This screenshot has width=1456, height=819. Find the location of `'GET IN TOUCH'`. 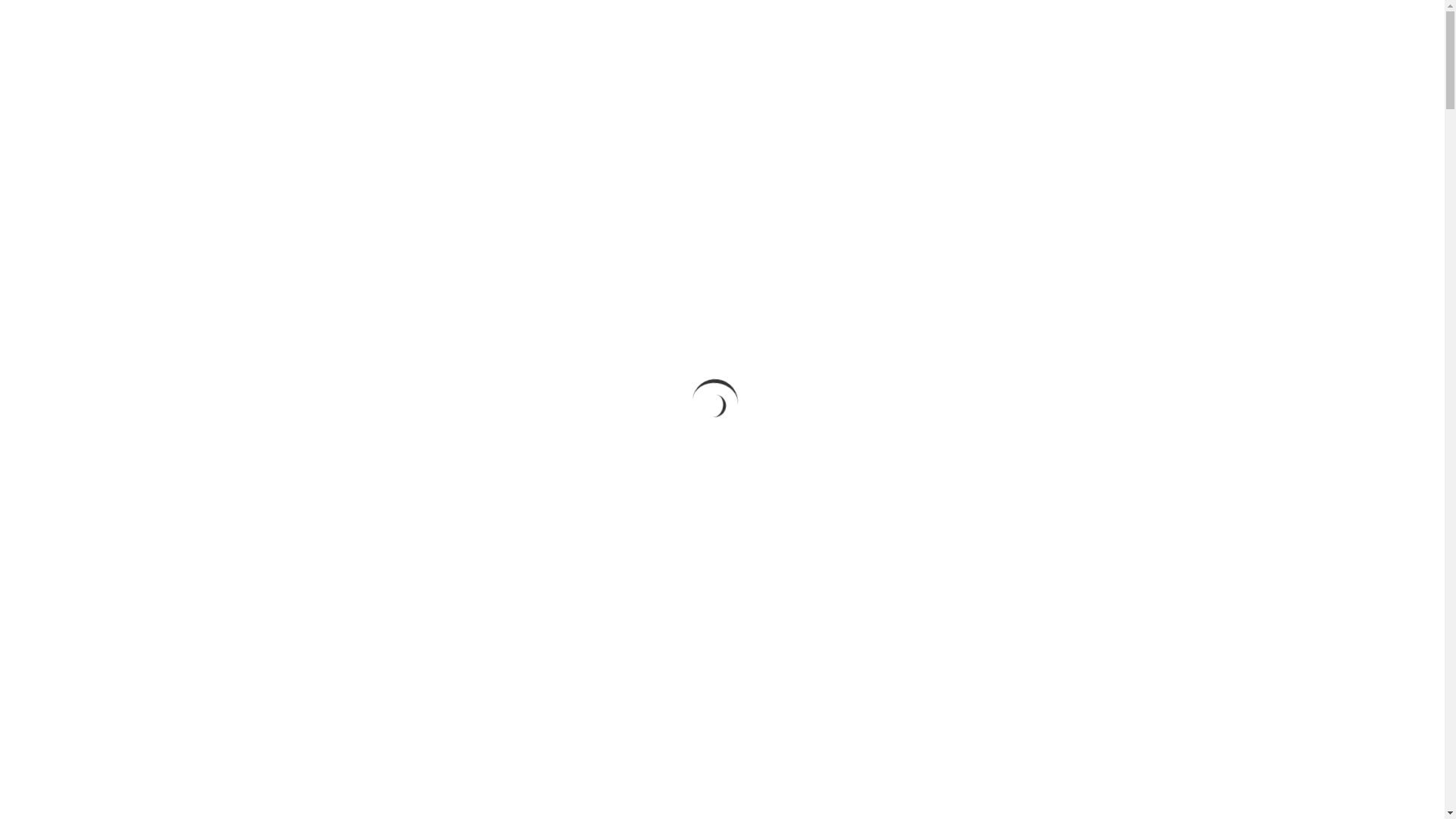

'GET IN TOUCH' is located at coordinates (1025, 28).